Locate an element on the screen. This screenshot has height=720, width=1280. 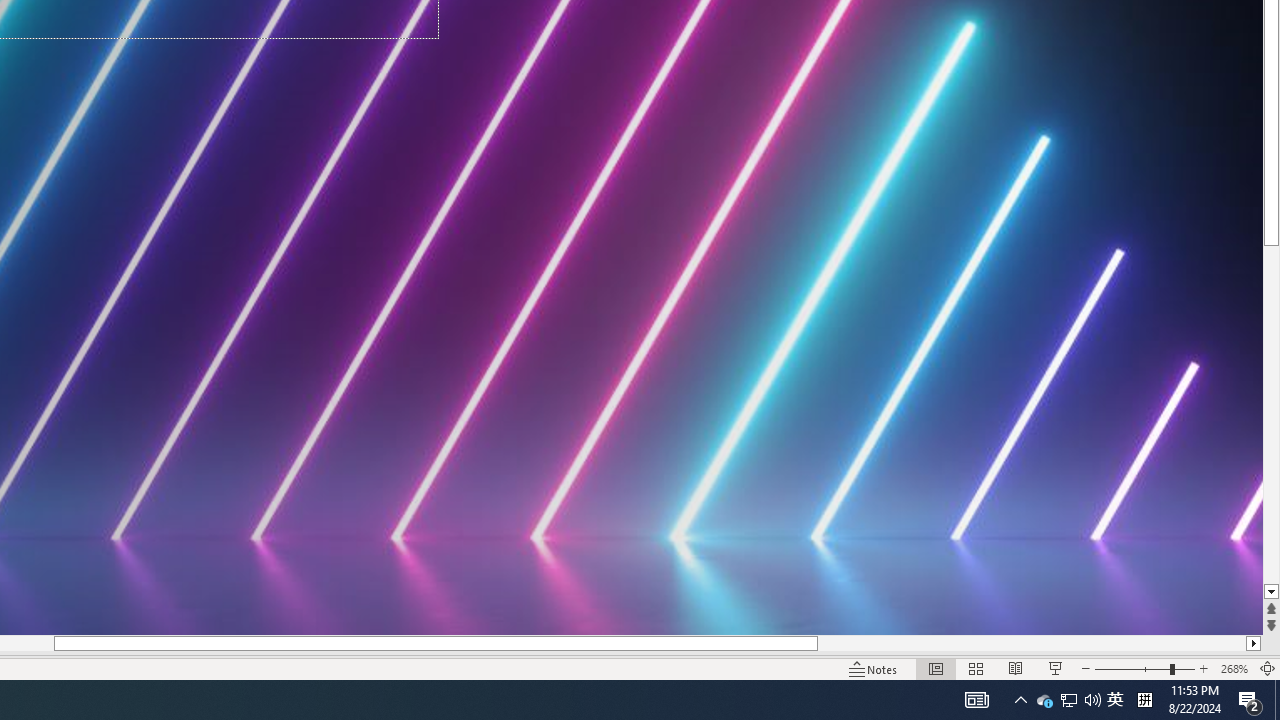
'Zoom' is located at coordinates (1144, 669).